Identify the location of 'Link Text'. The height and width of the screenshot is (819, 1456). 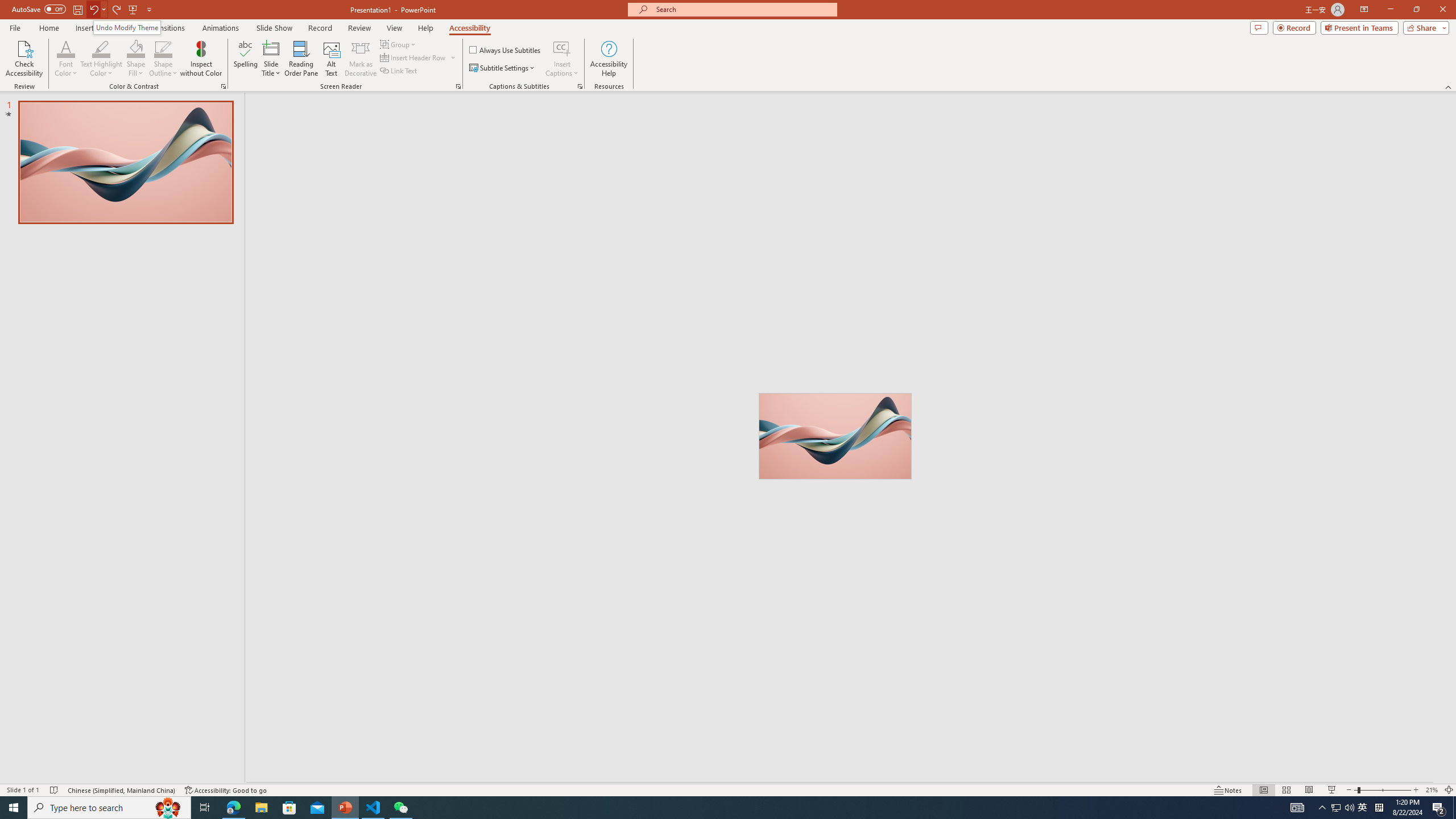
(399, 69).